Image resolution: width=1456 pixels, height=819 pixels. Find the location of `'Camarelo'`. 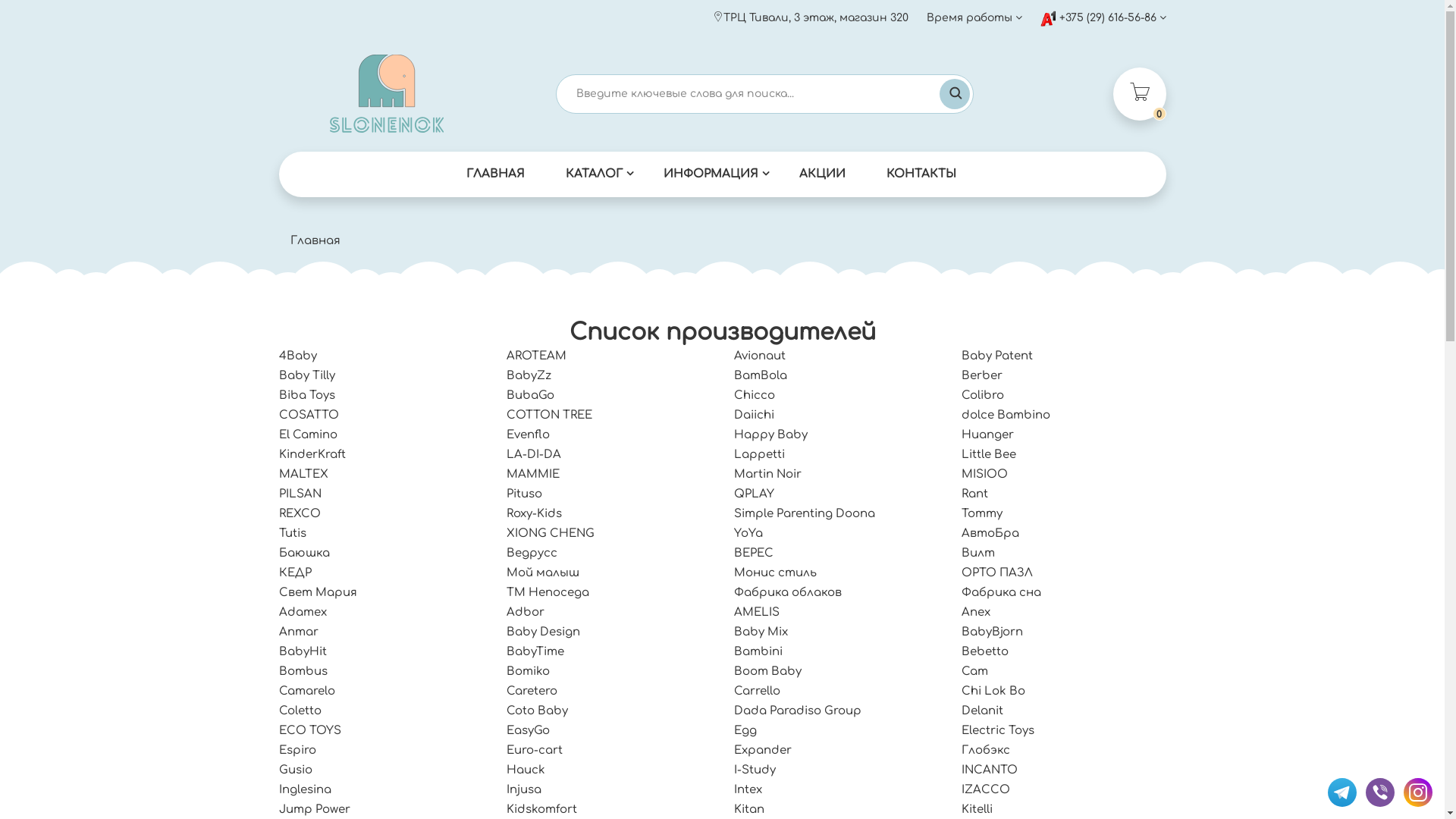

'Camarelo' is located at coordinates (279, 691).